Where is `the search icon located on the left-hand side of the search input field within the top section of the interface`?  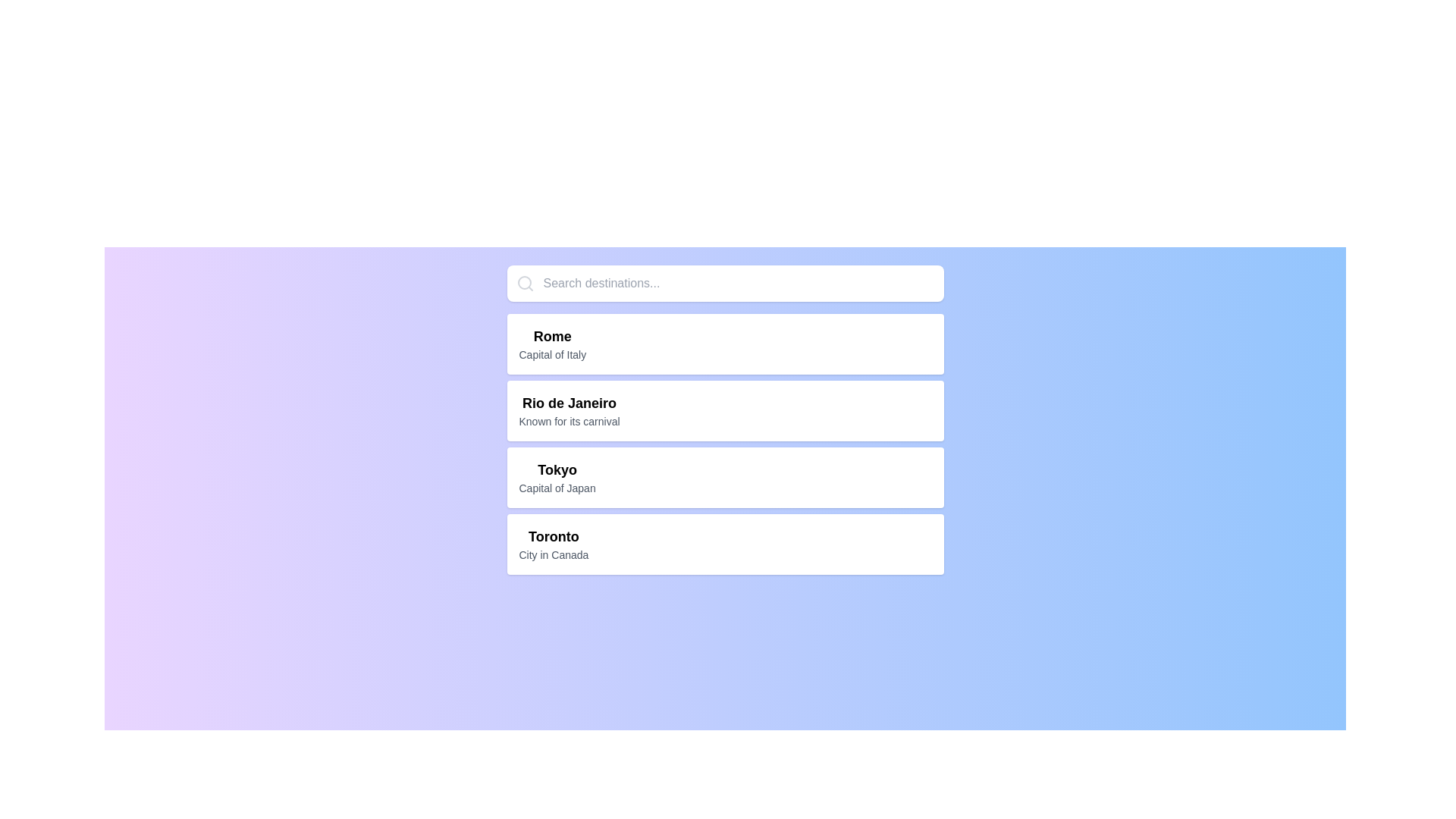 the search icon located on the left-hand side of the search input field within the top section of the interface is located at coordinates (525, 284).